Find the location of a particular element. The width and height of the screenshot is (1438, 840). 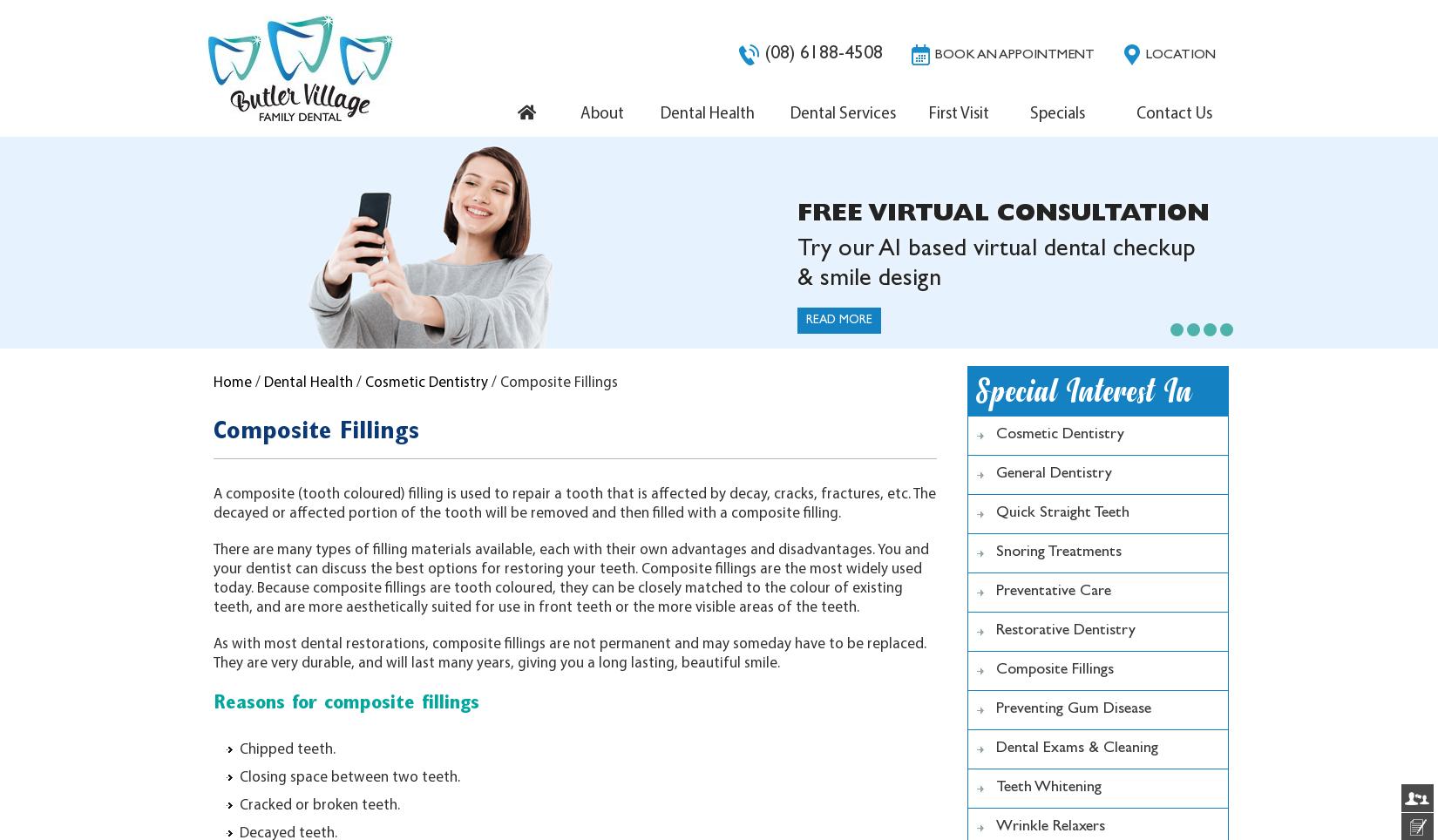

'Teeth Whitening' is located at coordinates (1048, 788).